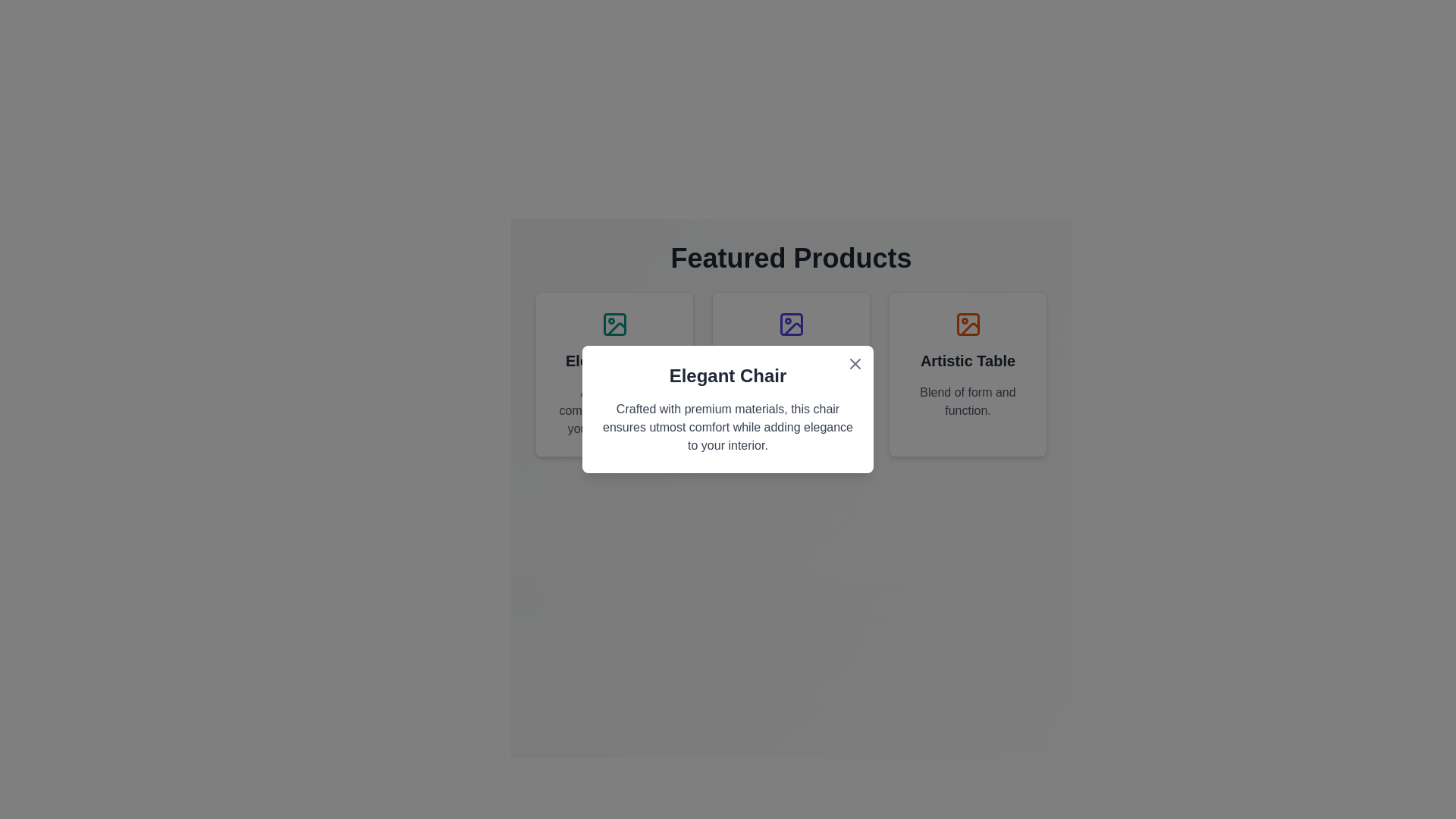 The width and height of the screenshot is (1456, 819). I want to click on the icon located at the top center of the 'Artistic Table' card, which visually represents a product or category, so click(967, 324).